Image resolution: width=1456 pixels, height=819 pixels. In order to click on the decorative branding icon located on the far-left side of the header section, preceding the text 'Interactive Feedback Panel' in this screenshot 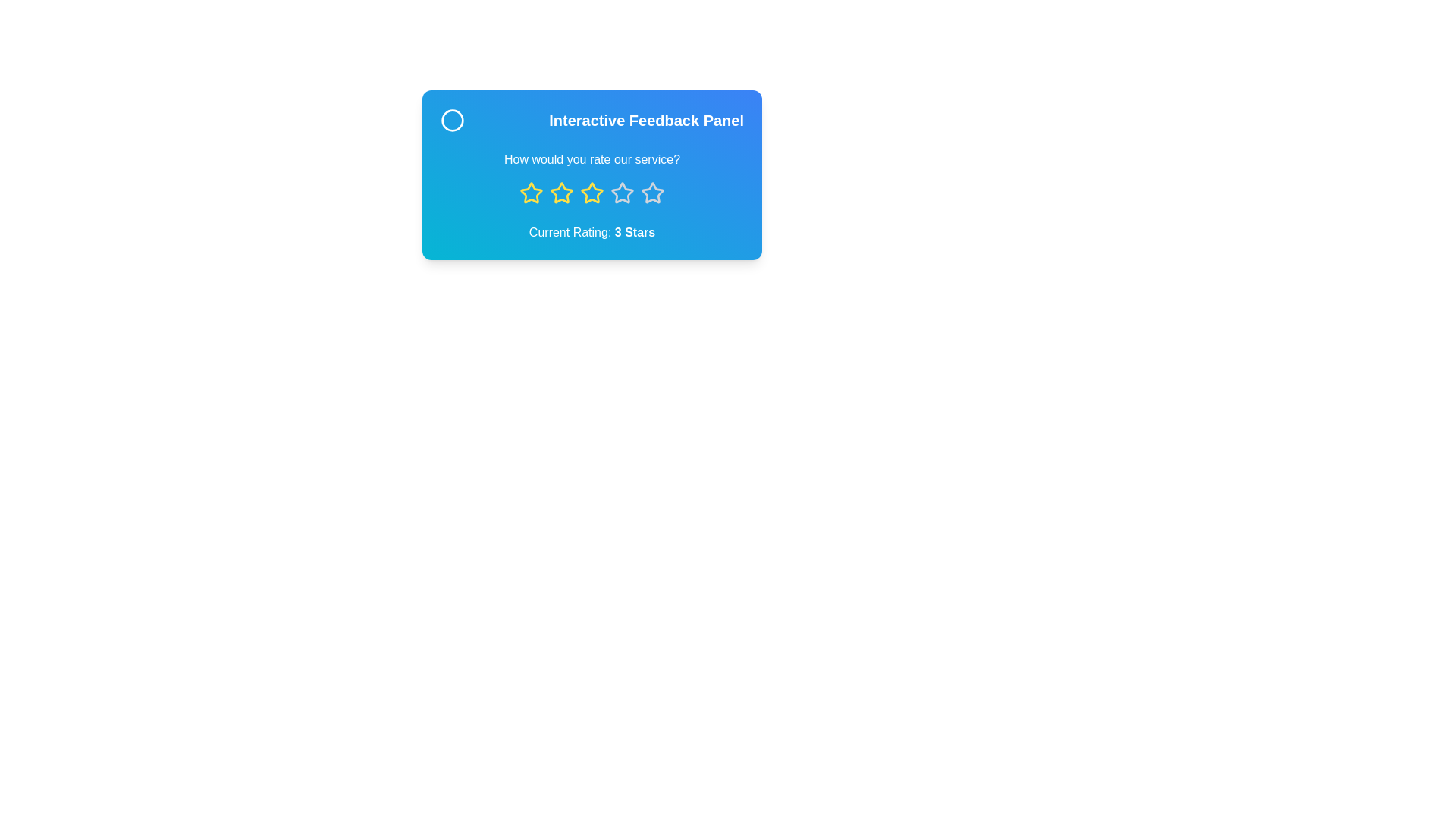, I will do `click(451, 119)`.